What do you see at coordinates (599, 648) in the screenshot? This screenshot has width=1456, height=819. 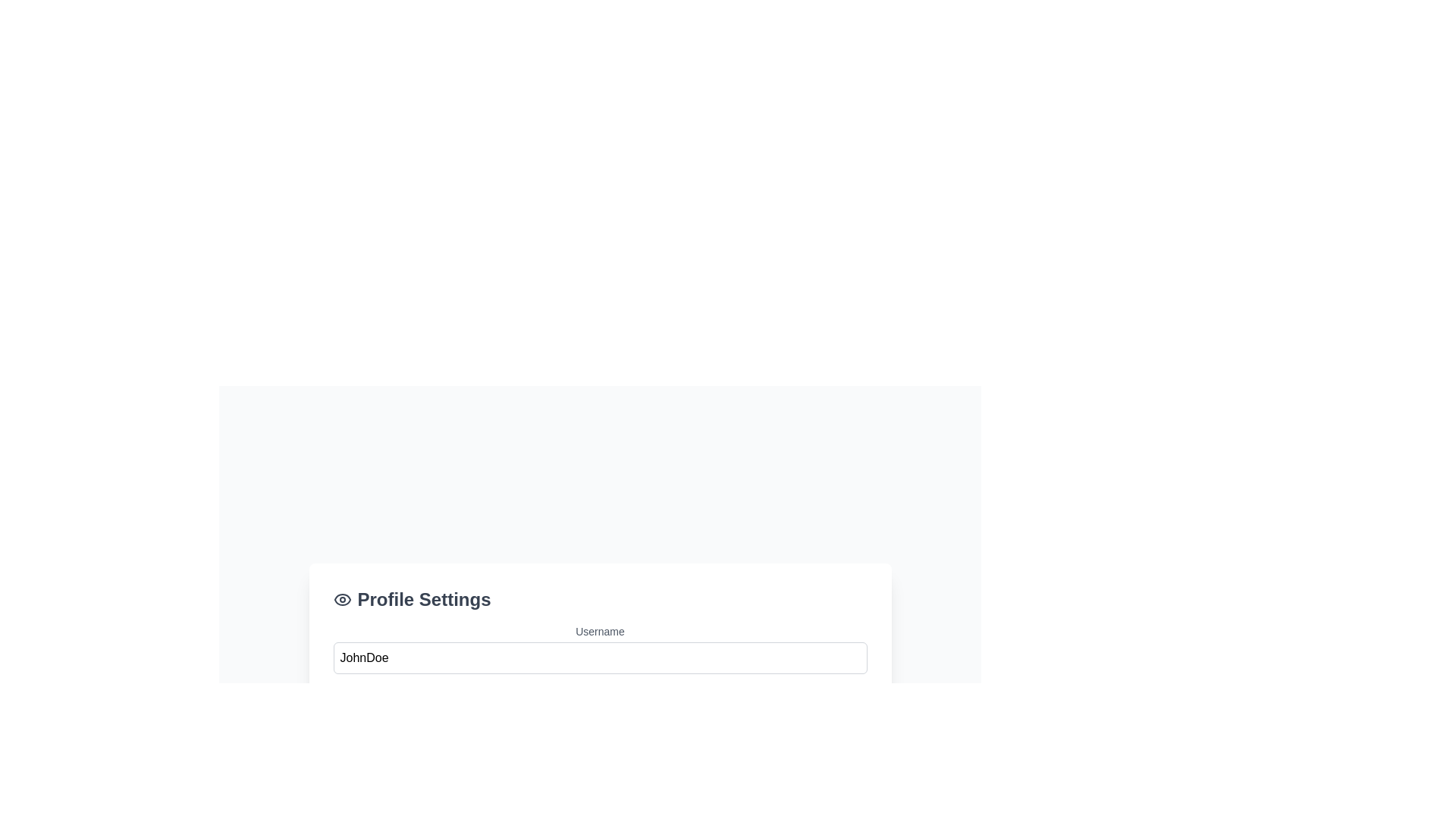 I see `the username input field located in the 'Profile Settings' section to focus on it` at bounding box center [599, 648].